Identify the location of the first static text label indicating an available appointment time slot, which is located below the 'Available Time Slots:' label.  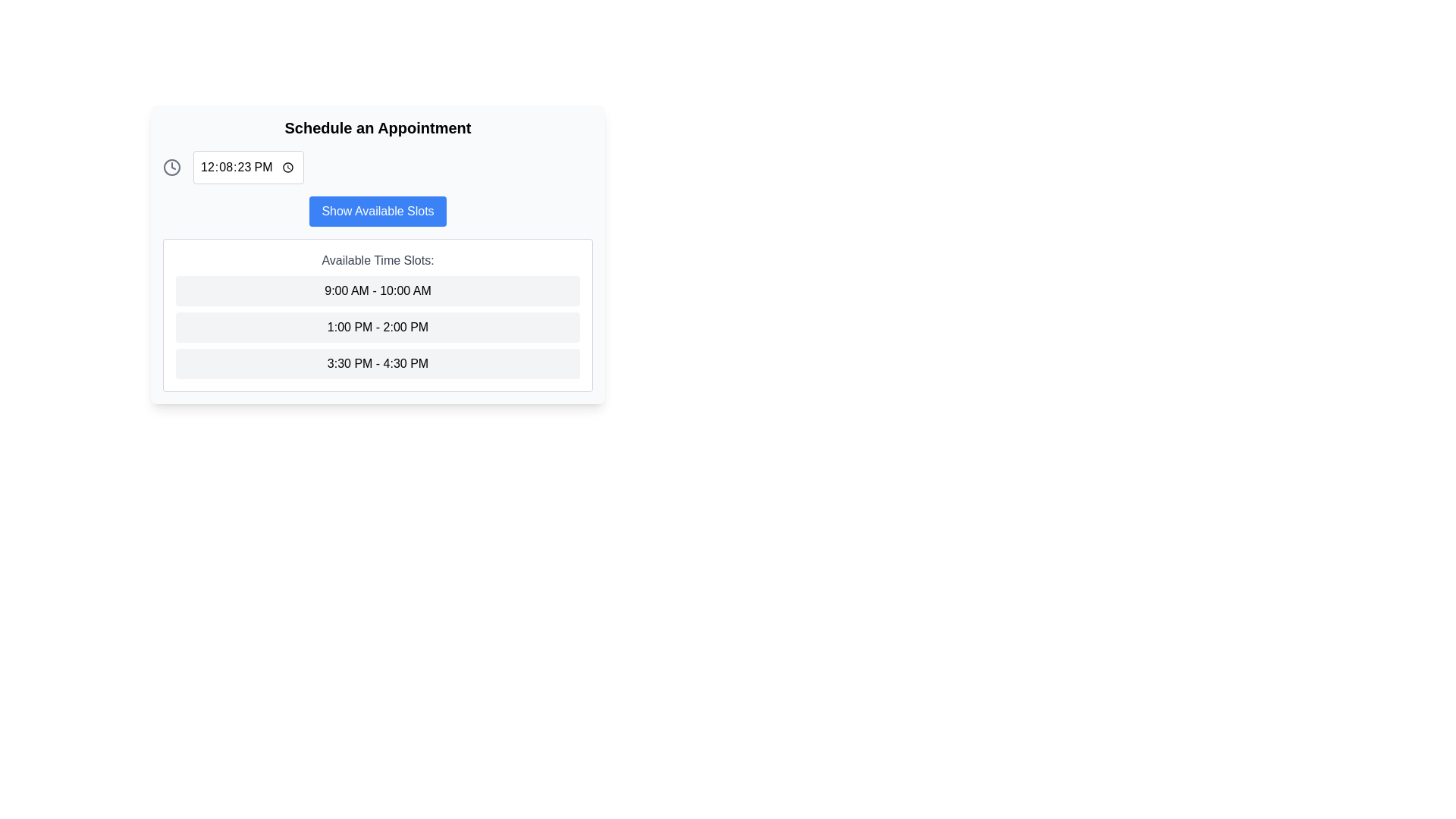
(378, 291).